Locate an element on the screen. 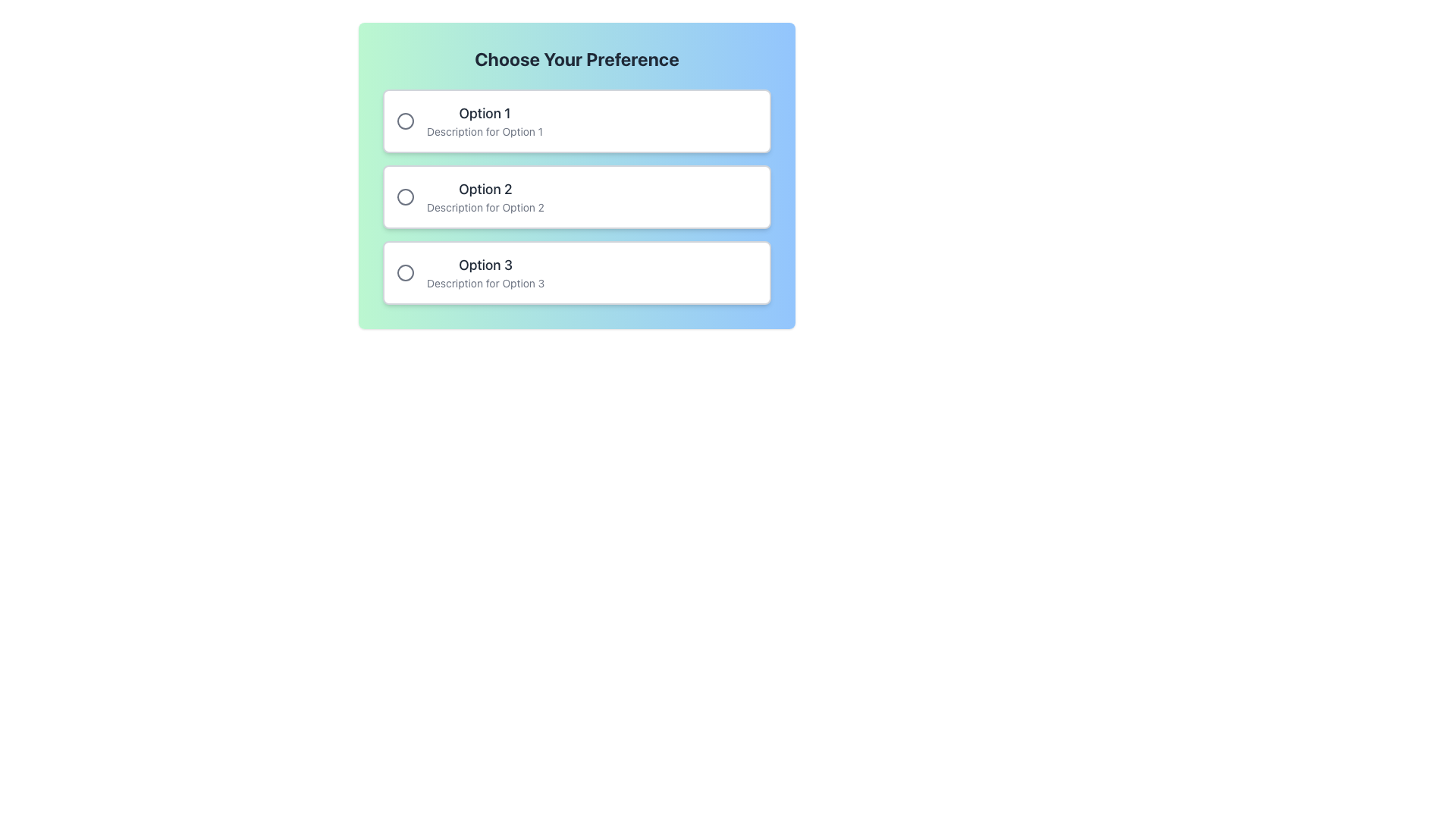  the text label styled in bold font that reads 'Option 1', located at the top of a vertical selection interface, associated with a description and a circular radio button to its left is located at coordinates (484, 113).